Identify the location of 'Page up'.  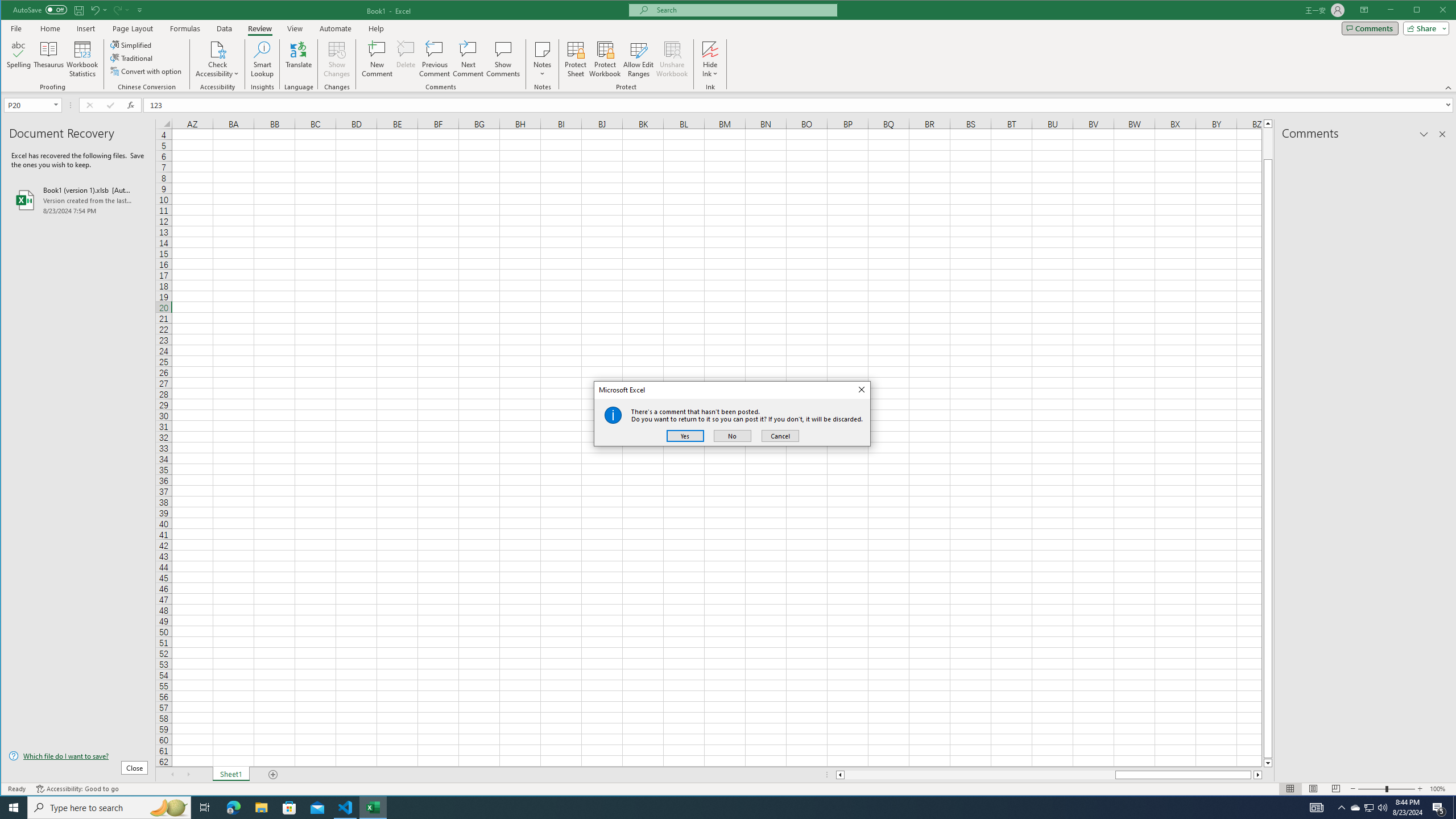
(1268, 142).